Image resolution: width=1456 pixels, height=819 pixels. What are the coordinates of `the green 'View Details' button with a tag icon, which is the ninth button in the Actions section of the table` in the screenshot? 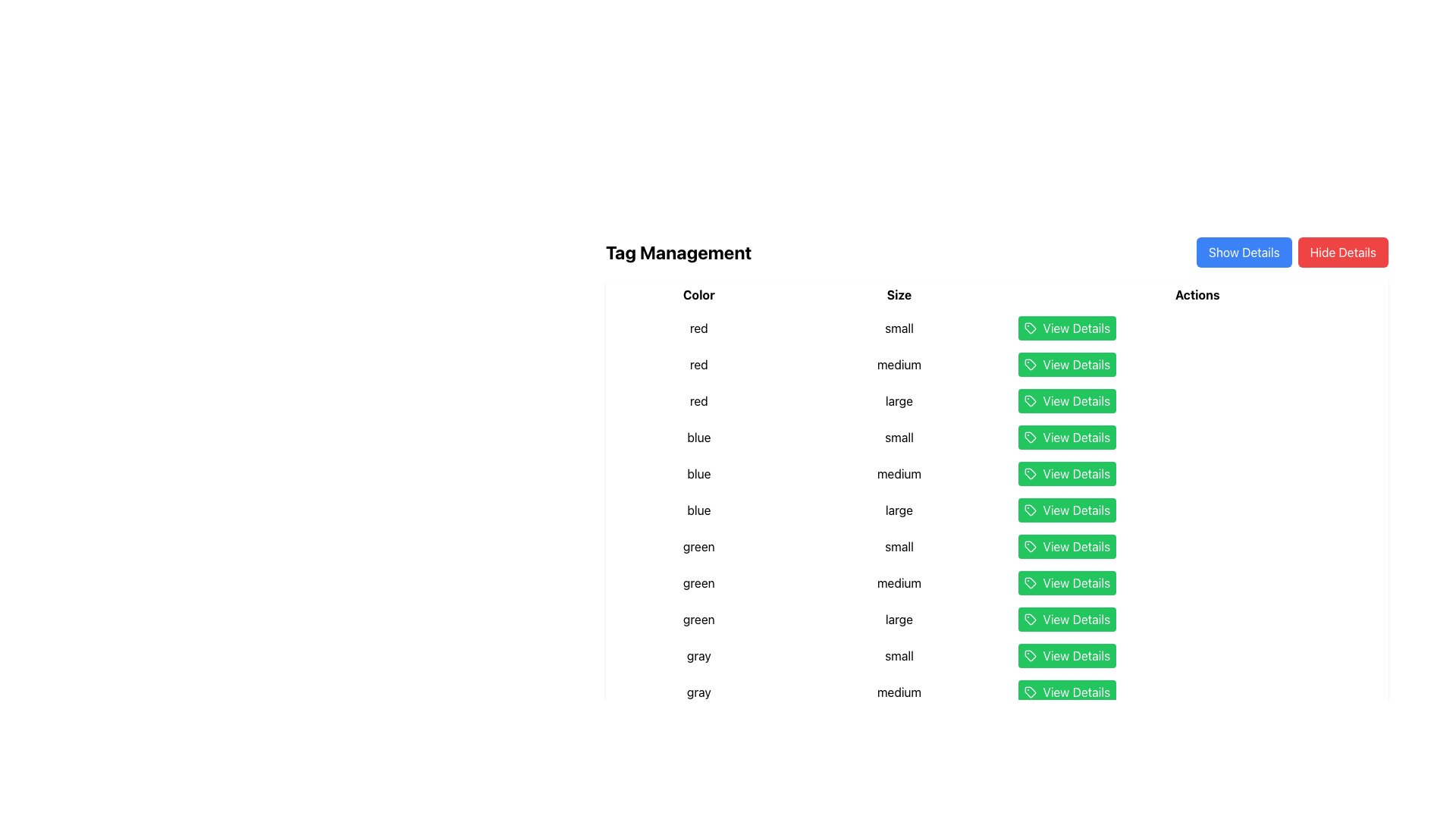 It's located at (1066, 620).